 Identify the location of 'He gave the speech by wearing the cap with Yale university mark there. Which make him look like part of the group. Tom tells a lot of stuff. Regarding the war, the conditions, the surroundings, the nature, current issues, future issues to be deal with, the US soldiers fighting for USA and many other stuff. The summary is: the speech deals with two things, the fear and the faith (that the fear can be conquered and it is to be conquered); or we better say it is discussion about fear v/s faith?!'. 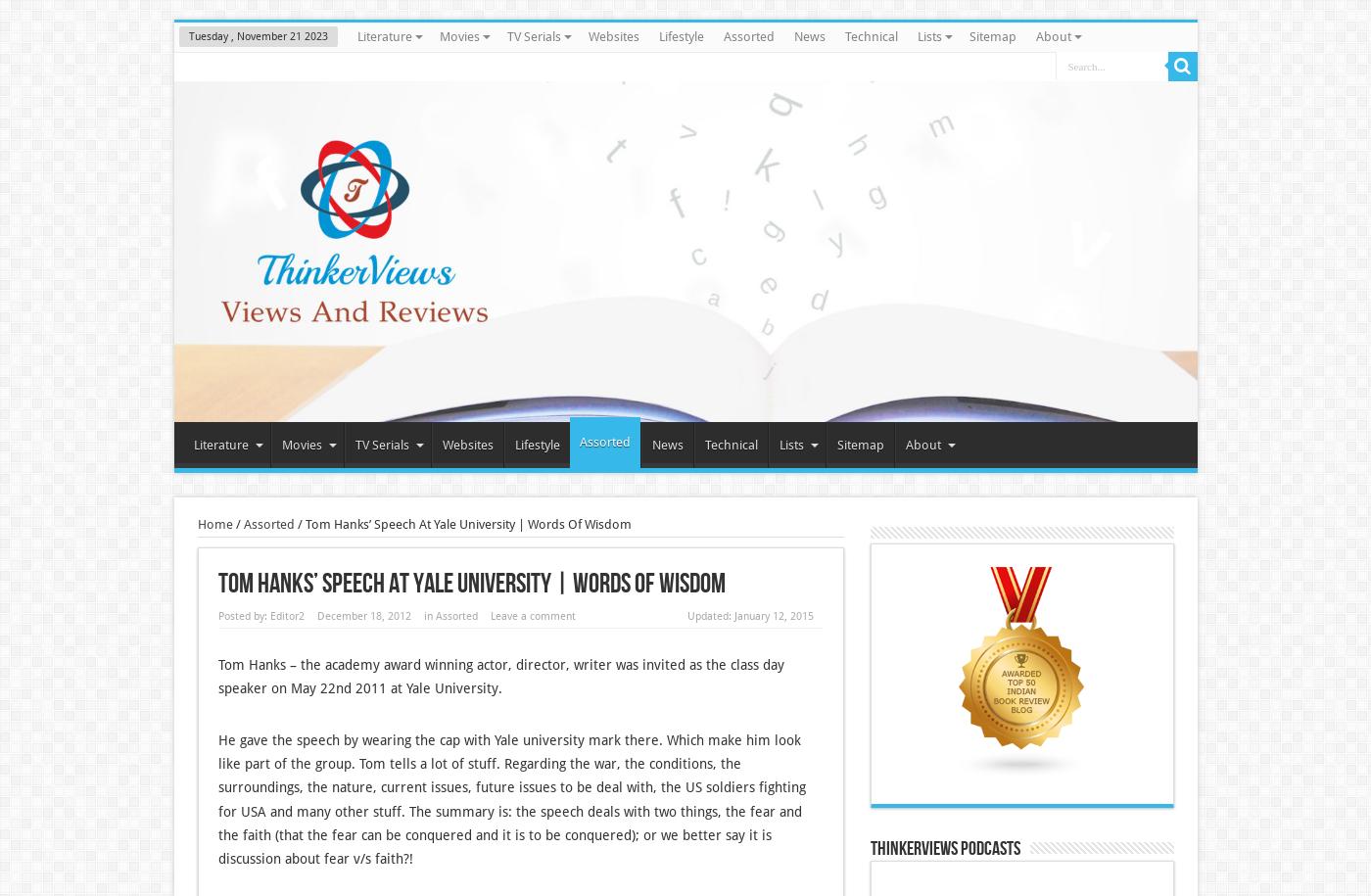
(511, 798).